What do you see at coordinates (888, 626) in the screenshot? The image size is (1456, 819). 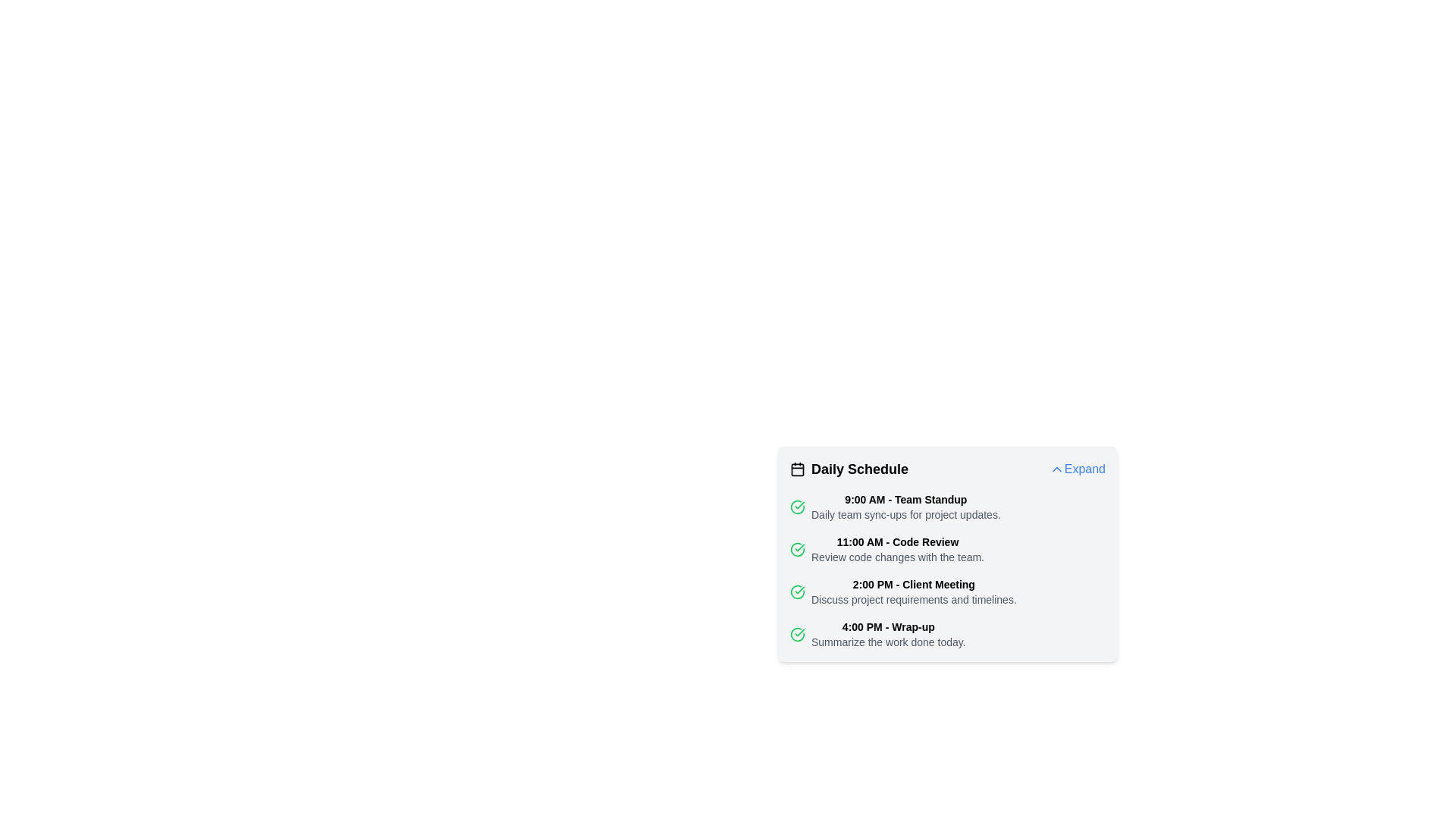 I see `the text label that presents the time and title of a meeting or activity in the daily schedule list` at bounding box center [888, 626].